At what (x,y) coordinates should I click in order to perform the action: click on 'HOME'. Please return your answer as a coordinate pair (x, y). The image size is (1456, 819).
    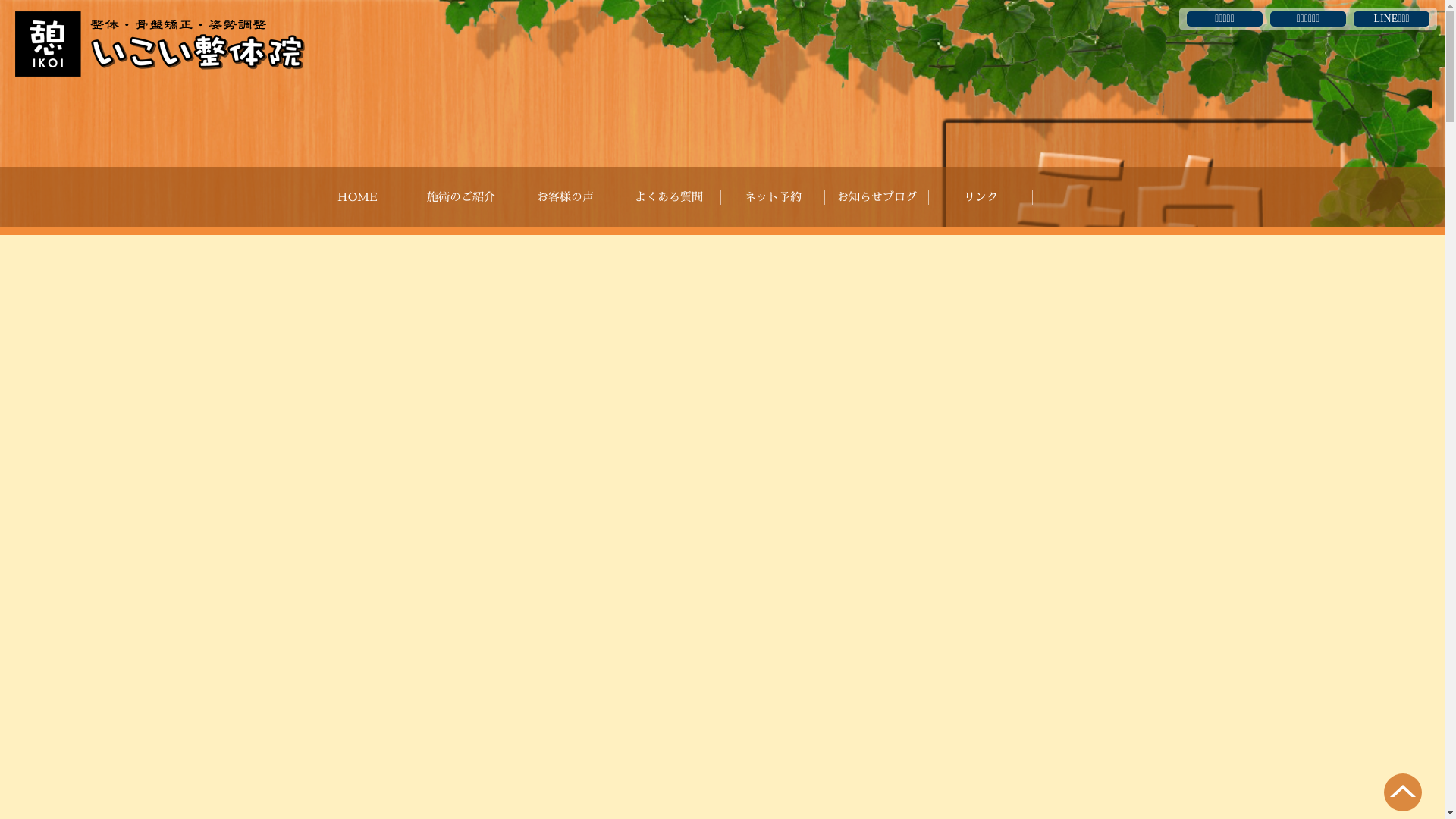
    Looking at the image, I should click on (356, 196).